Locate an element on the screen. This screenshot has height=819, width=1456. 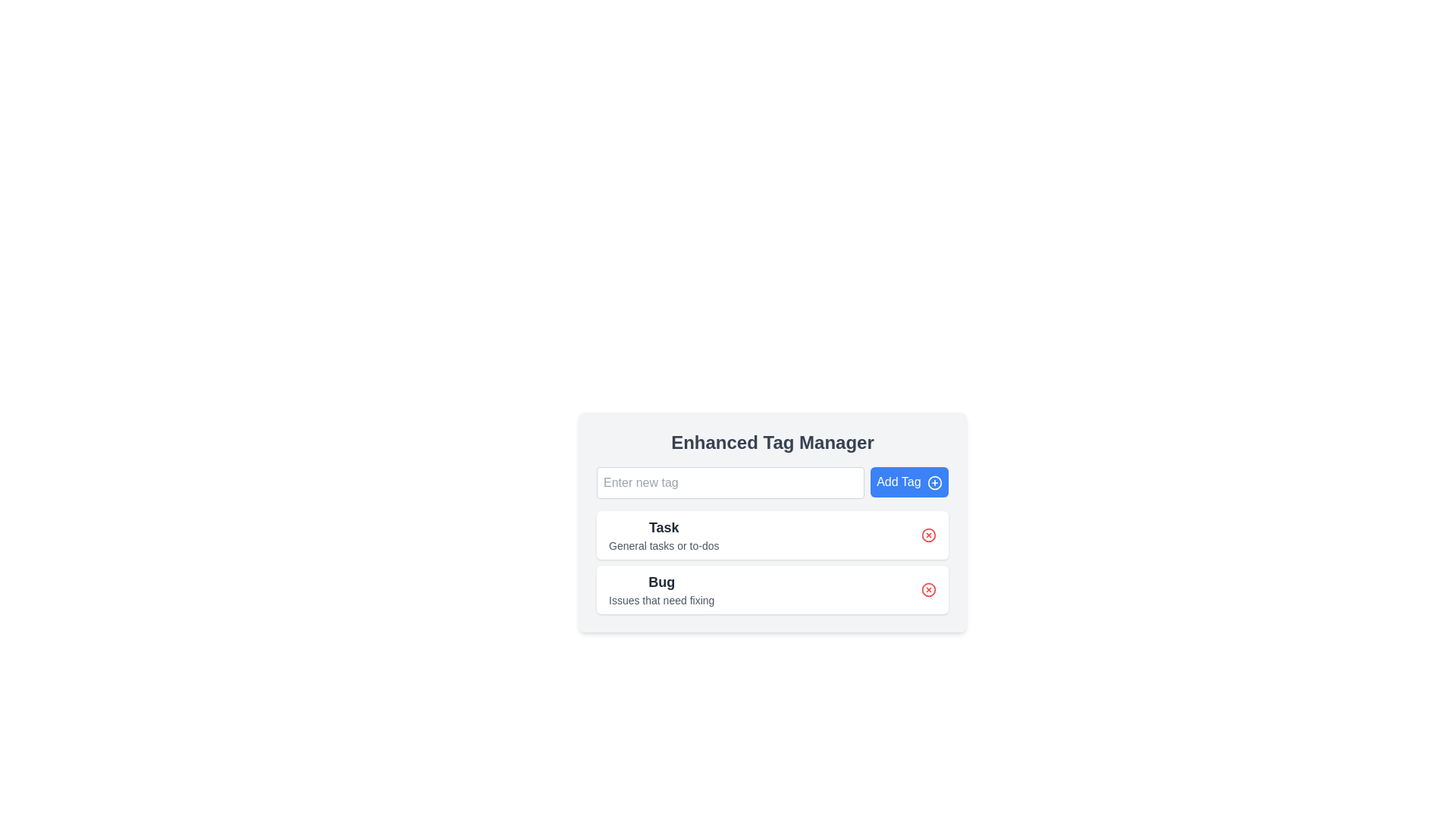
the icon embedded within the 'Add Tag' button is located at coordinates (934, 482).